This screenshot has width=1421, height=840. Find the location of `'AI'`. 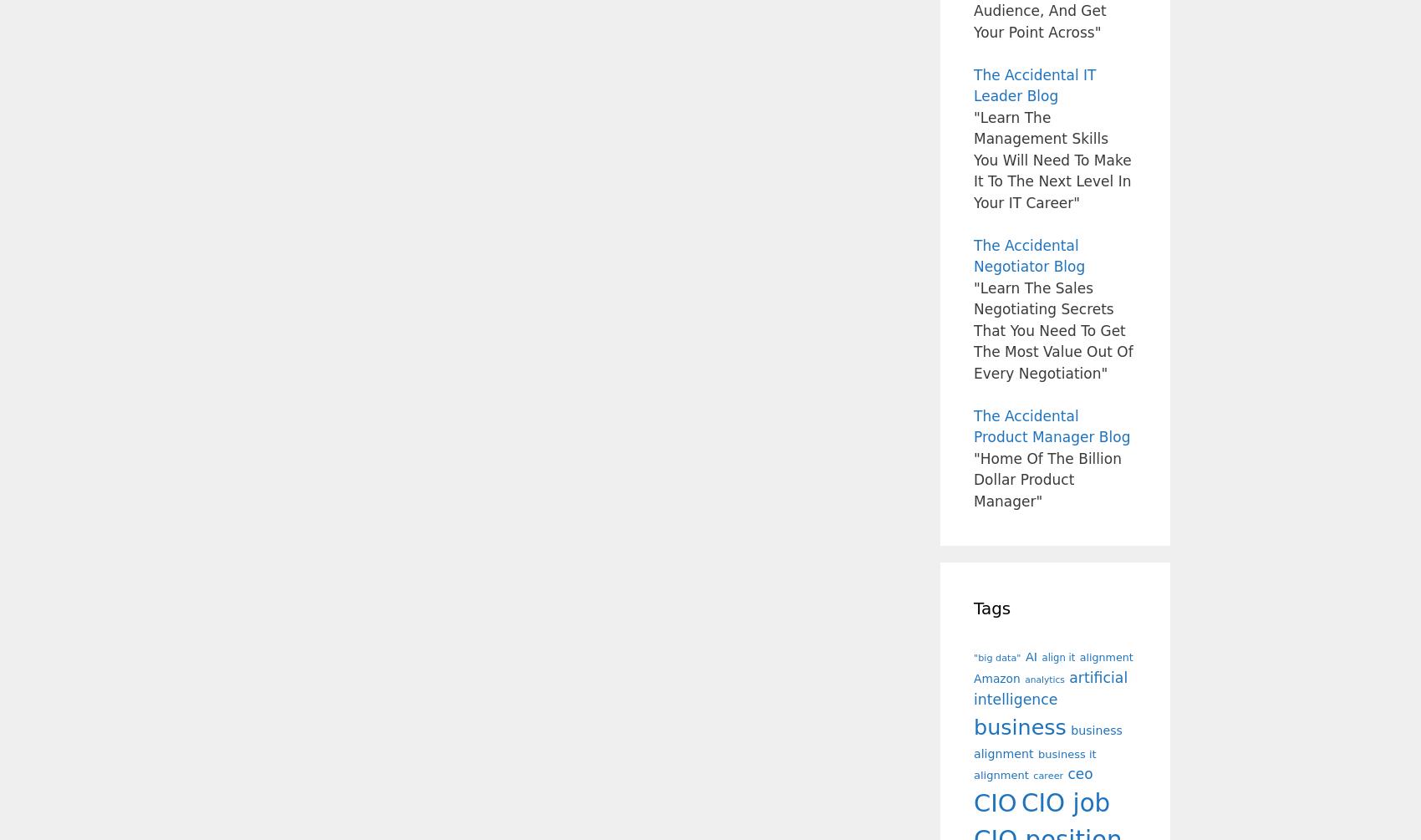

'AI' is located at coordinates (1024, 657).